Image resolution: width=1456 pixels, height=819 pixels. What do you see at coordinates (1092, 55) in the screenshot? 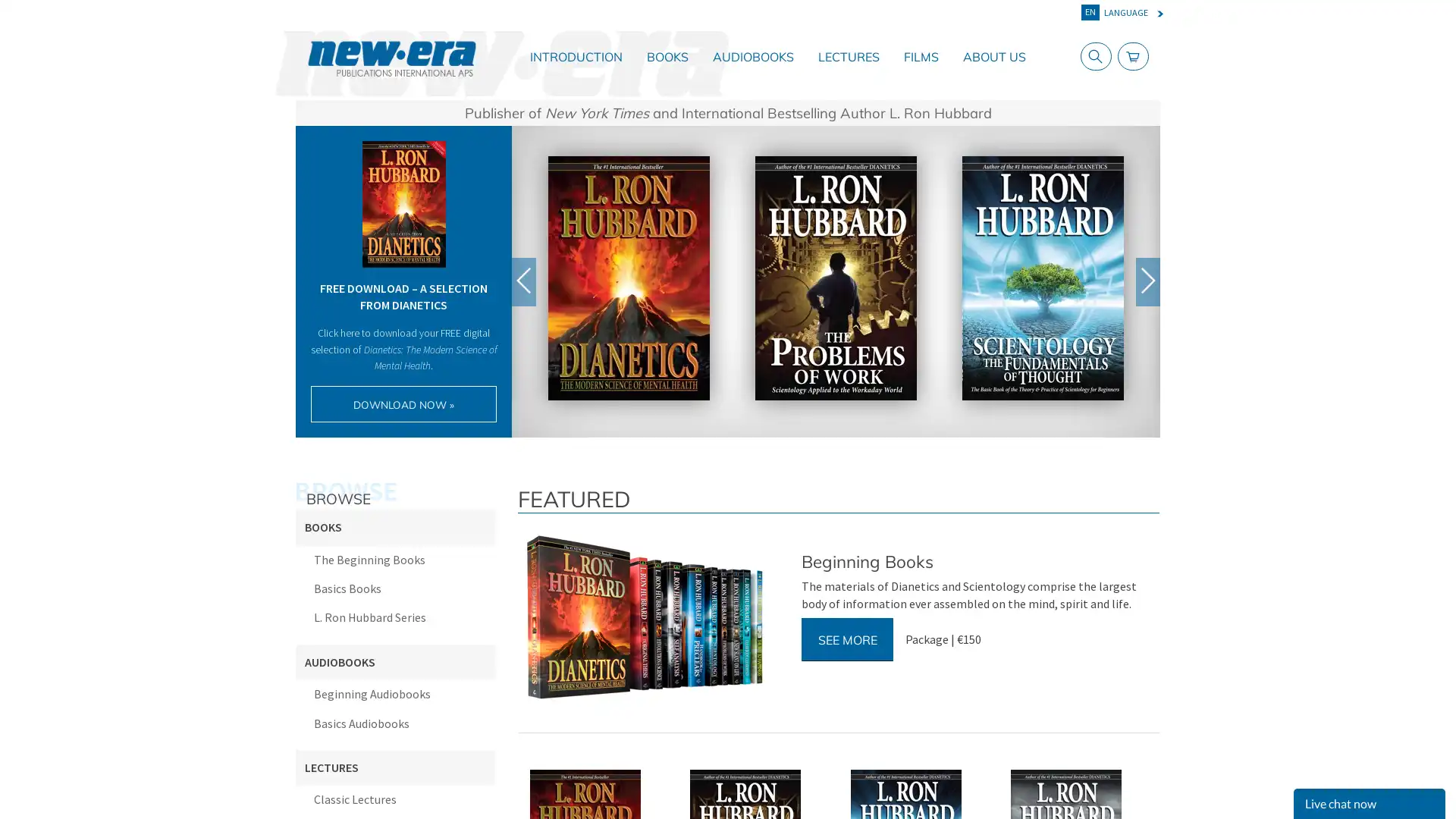
I see `Search W` at bounding box center [1092, 55].